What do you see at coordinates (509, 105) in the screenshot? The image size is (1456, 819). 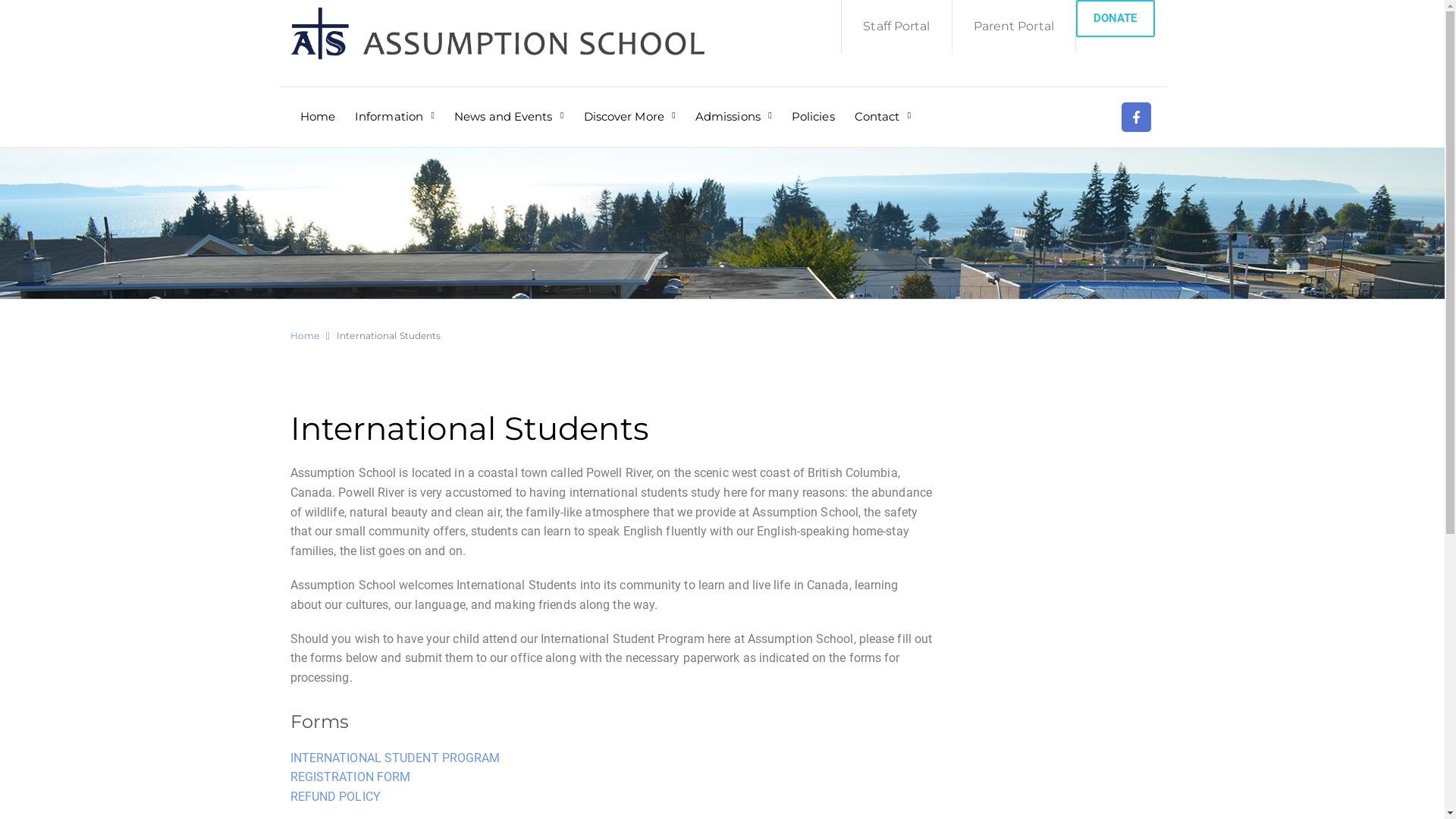 I see `'News and Events'` at bounding box center [509, 105].